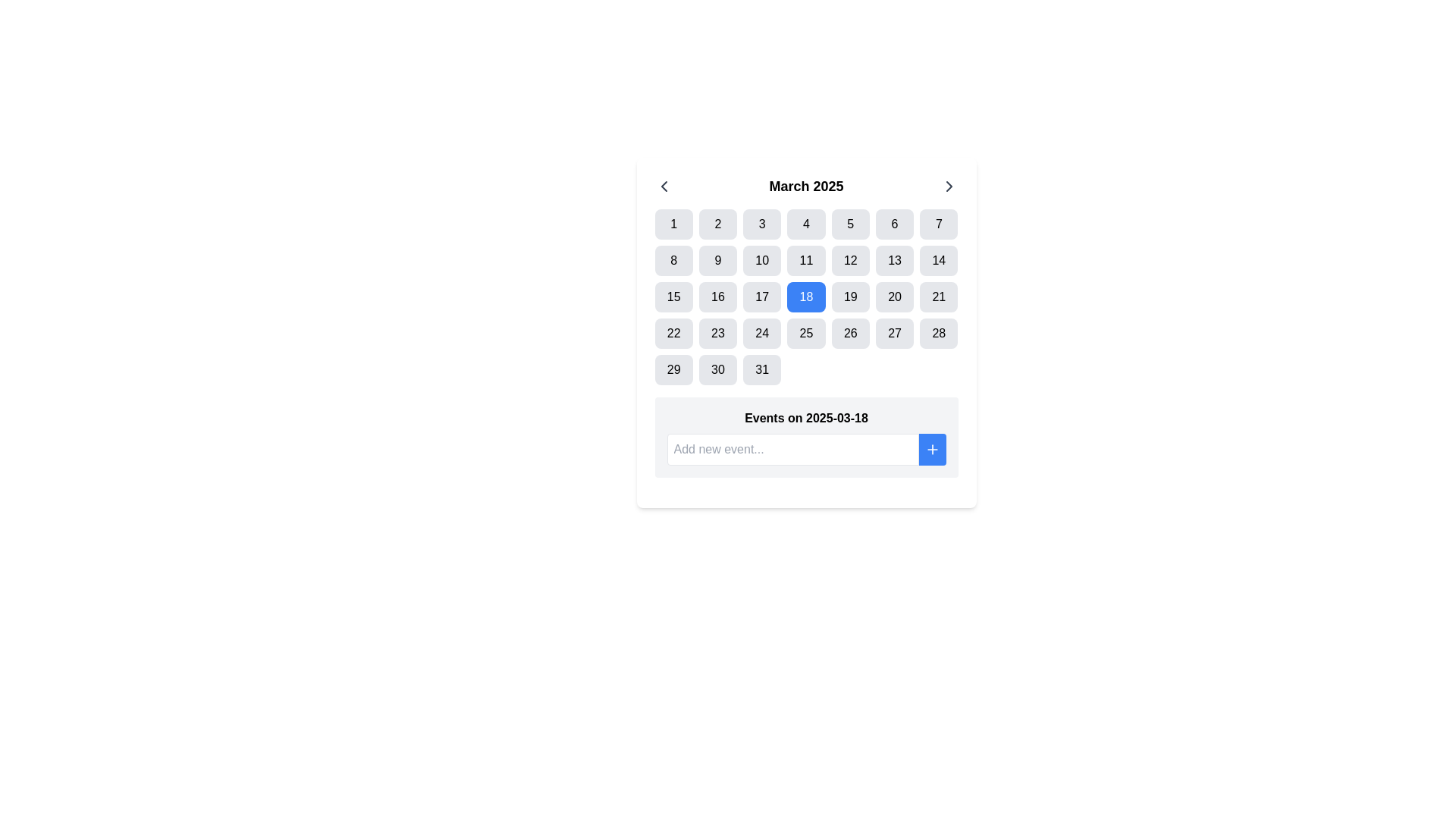 The width and height of the screenshot is (1456, 819). I want to click on the small right-facing chevron icon, which is styled with a thin stroke in gray color and is positioned at the top-right corner of the interface, next to the 'March 2025' header, so click(948, 186).